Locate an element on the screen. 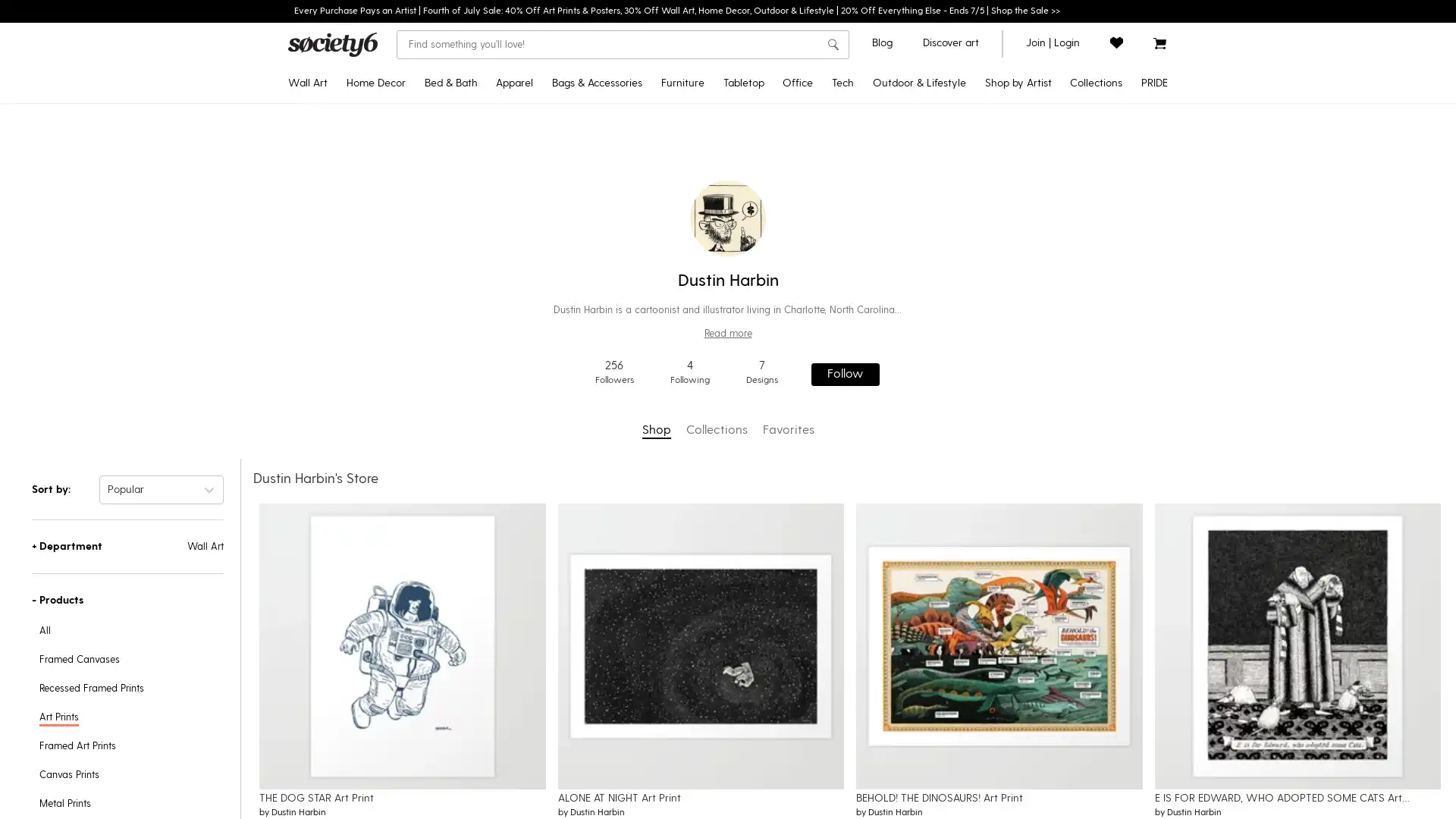  Home Decor is located at coordinates (375, 83).